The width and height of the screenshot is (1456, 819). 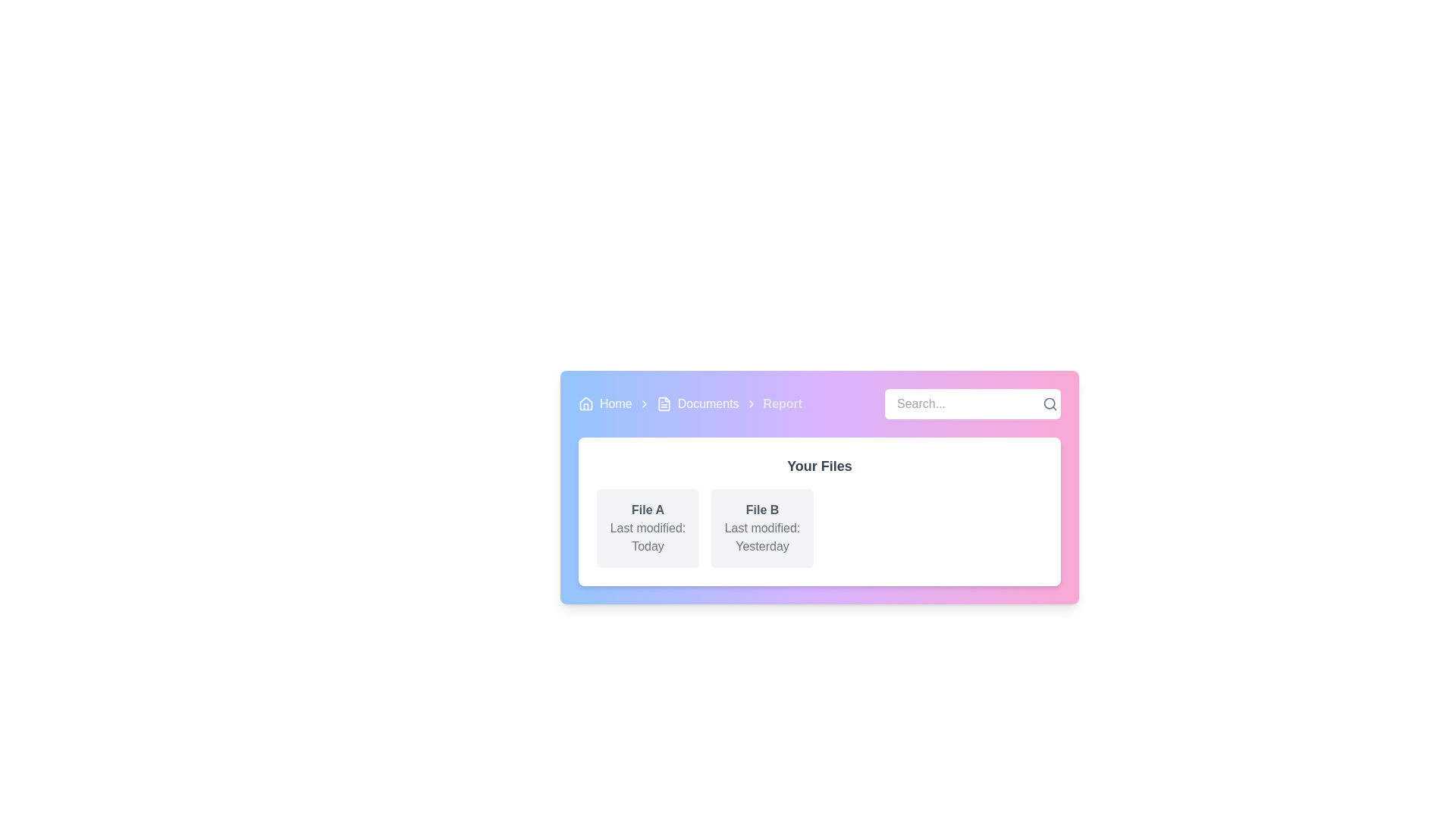 I want to click on the 'Report' label, which is the last item in the breadcrumb navigation bar, displayed in bold light gray font against a gradient background, so click(x=783, y=403).